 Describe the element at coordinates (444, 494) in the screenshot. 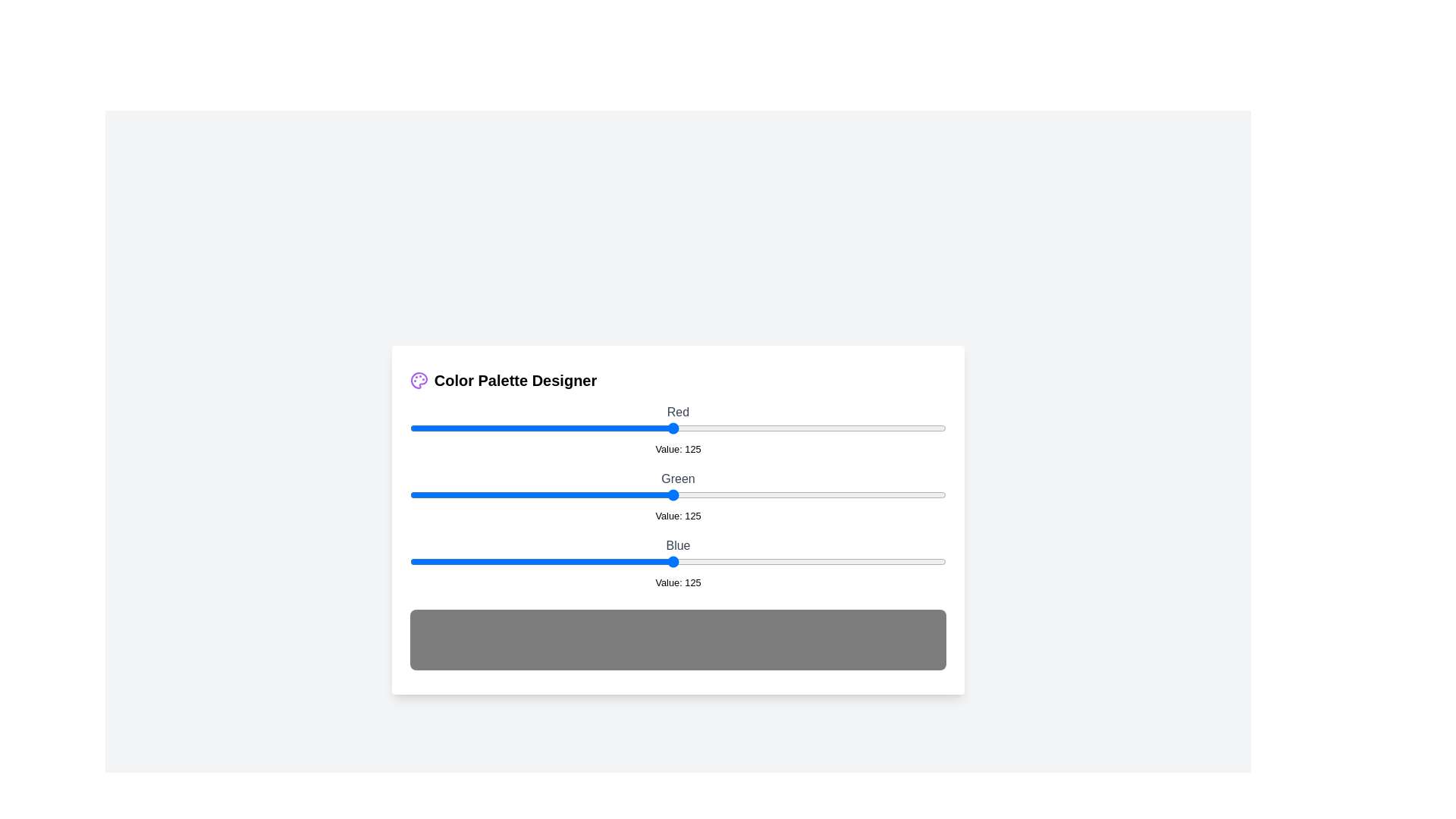

I see `the 1 slider to 17 to observe the updated color preview` at that location.